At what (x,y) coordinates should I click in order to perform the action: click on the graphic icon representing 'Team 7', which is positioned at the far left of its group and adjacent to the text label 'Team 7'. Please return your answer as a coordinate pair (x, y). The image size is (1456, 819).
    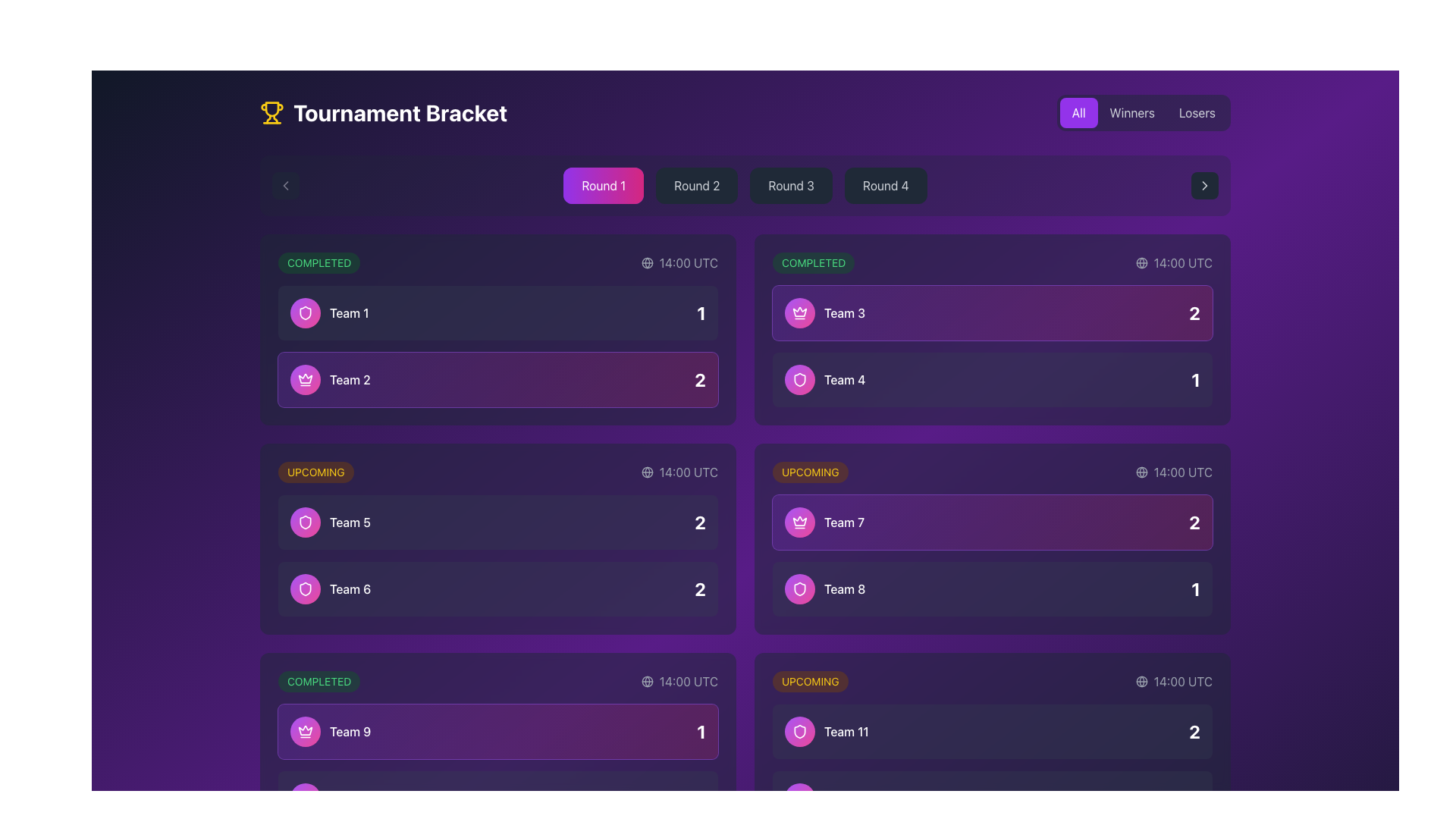
    Looking at the image, I should click on (799, 522).